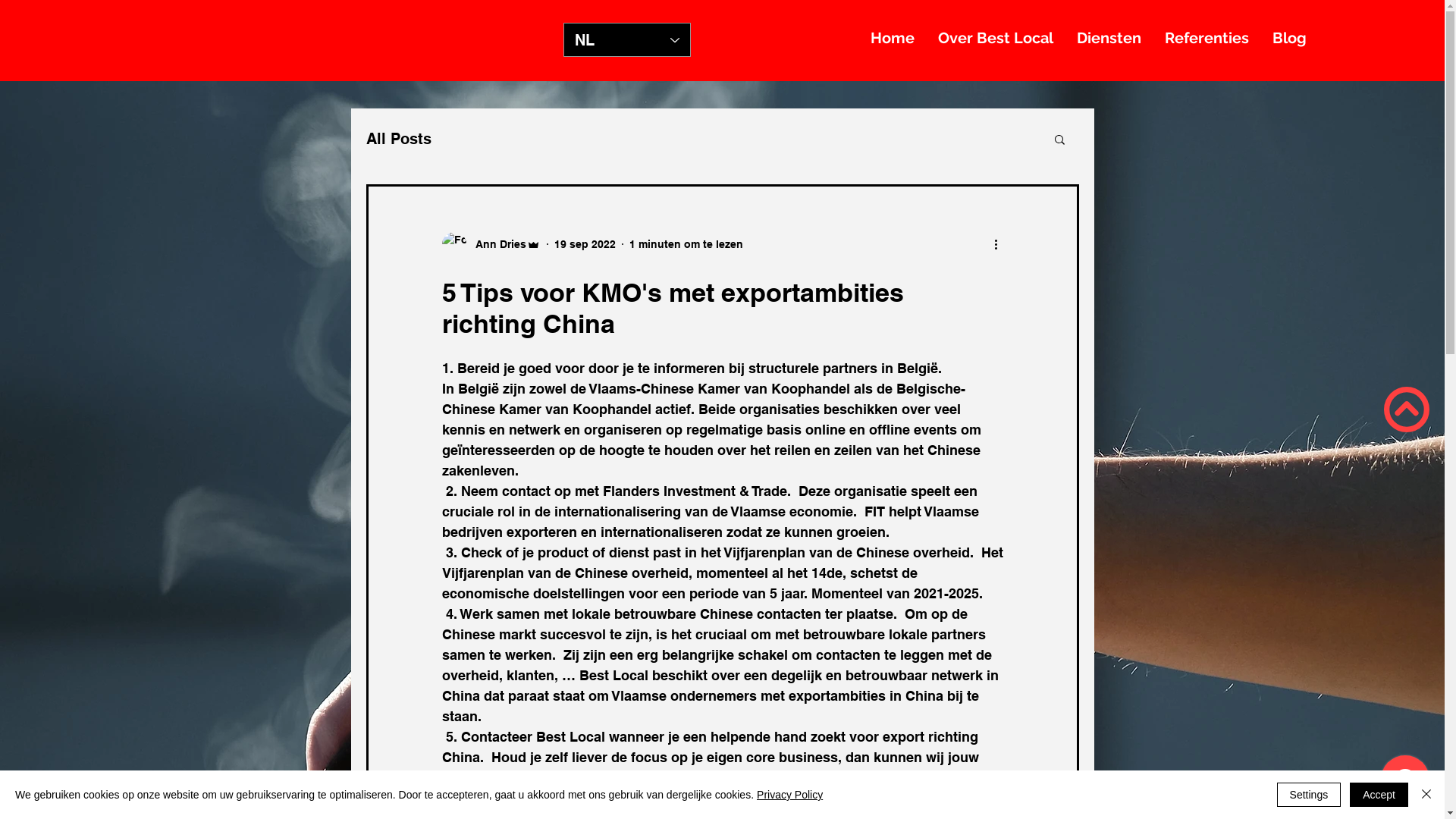 Image resolution: width=1456 pixels, height=819 pixels. What do you see at coordinates (757, 794) in the screenshot?
I see `'Privacy Policy'` at bounding box center [757, 794].